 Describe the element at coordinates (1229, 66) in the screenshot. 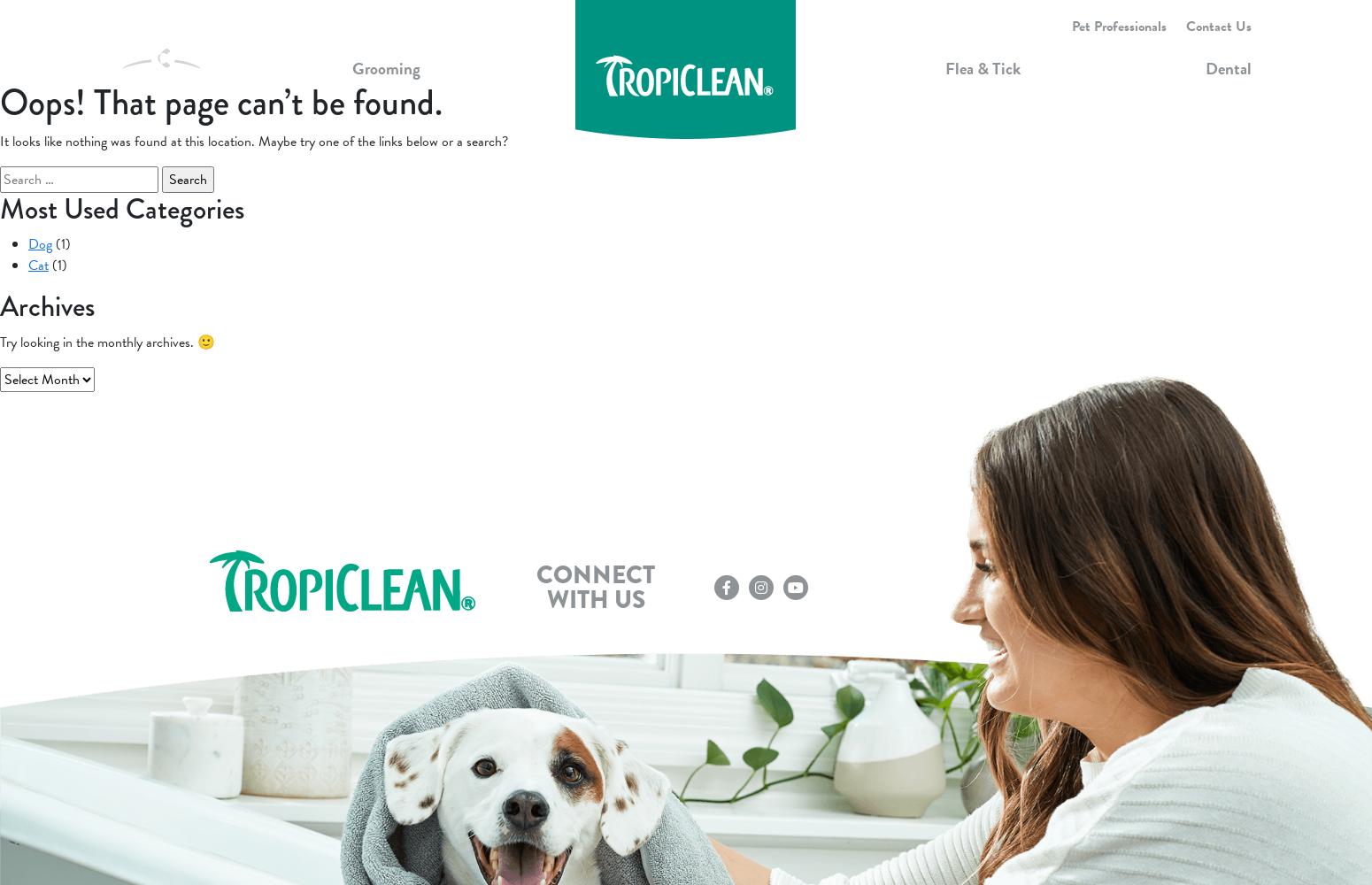

I see `'Dental'` at that location.